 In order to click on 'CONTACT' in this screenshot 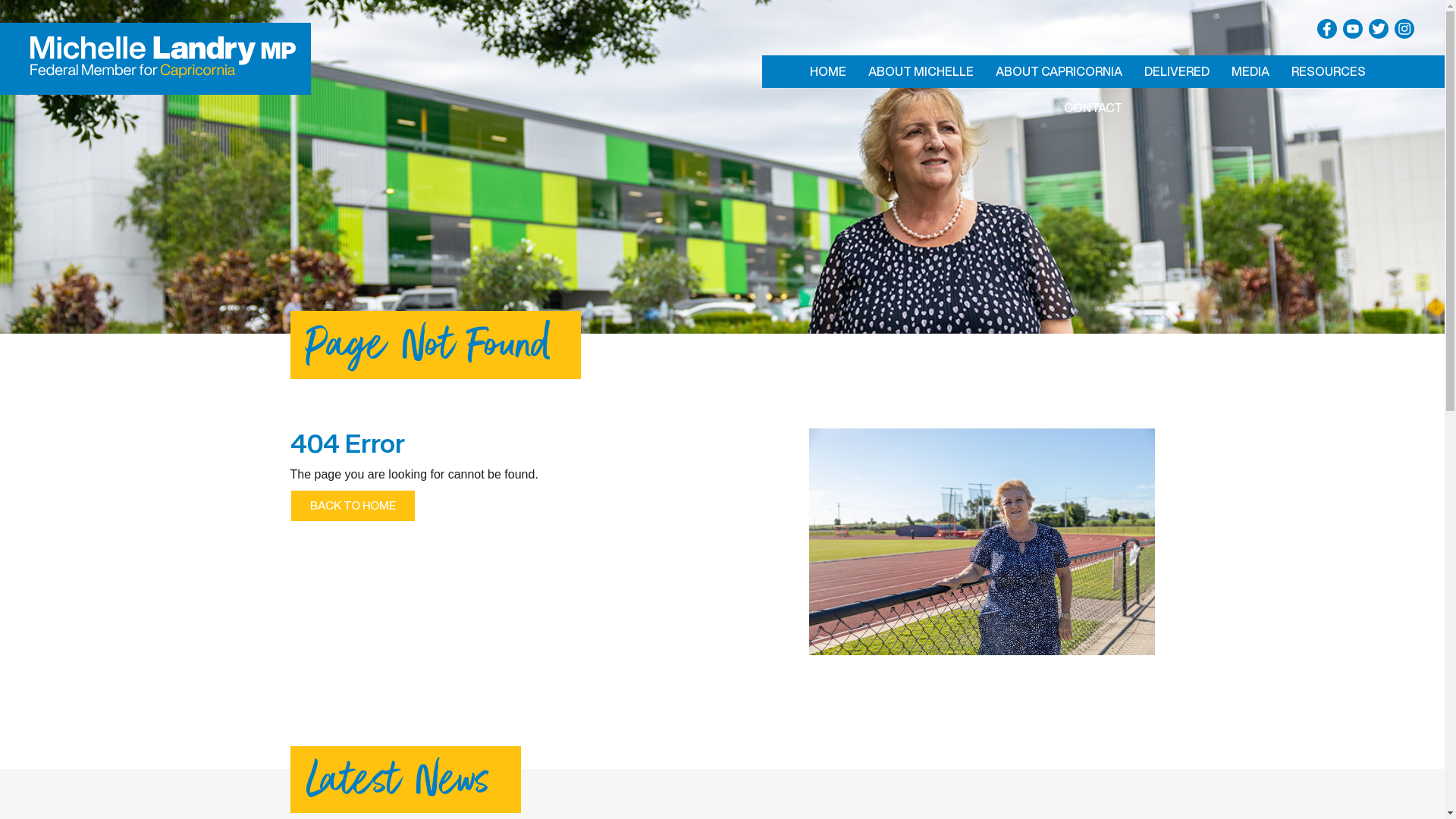, I will do `click(1093, 107)`.